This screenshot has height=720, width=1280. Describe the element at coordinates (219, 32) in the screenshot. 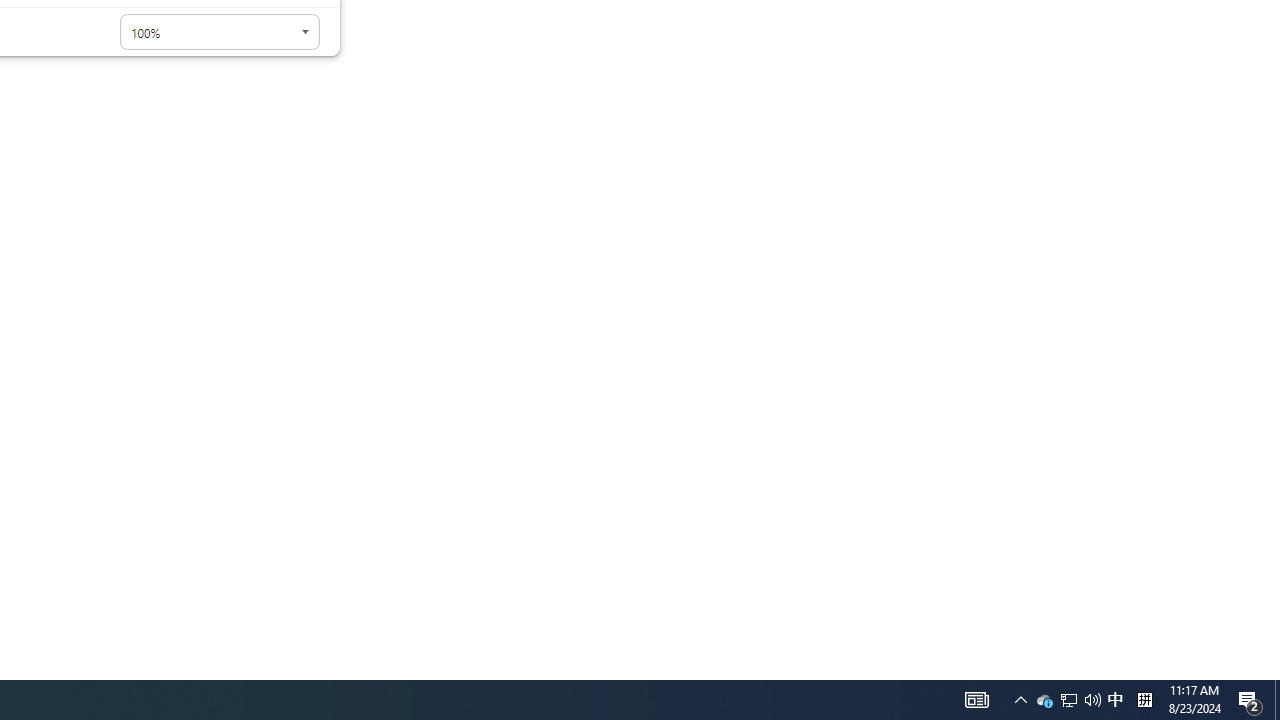

I see `'Page zoom'` at that location.